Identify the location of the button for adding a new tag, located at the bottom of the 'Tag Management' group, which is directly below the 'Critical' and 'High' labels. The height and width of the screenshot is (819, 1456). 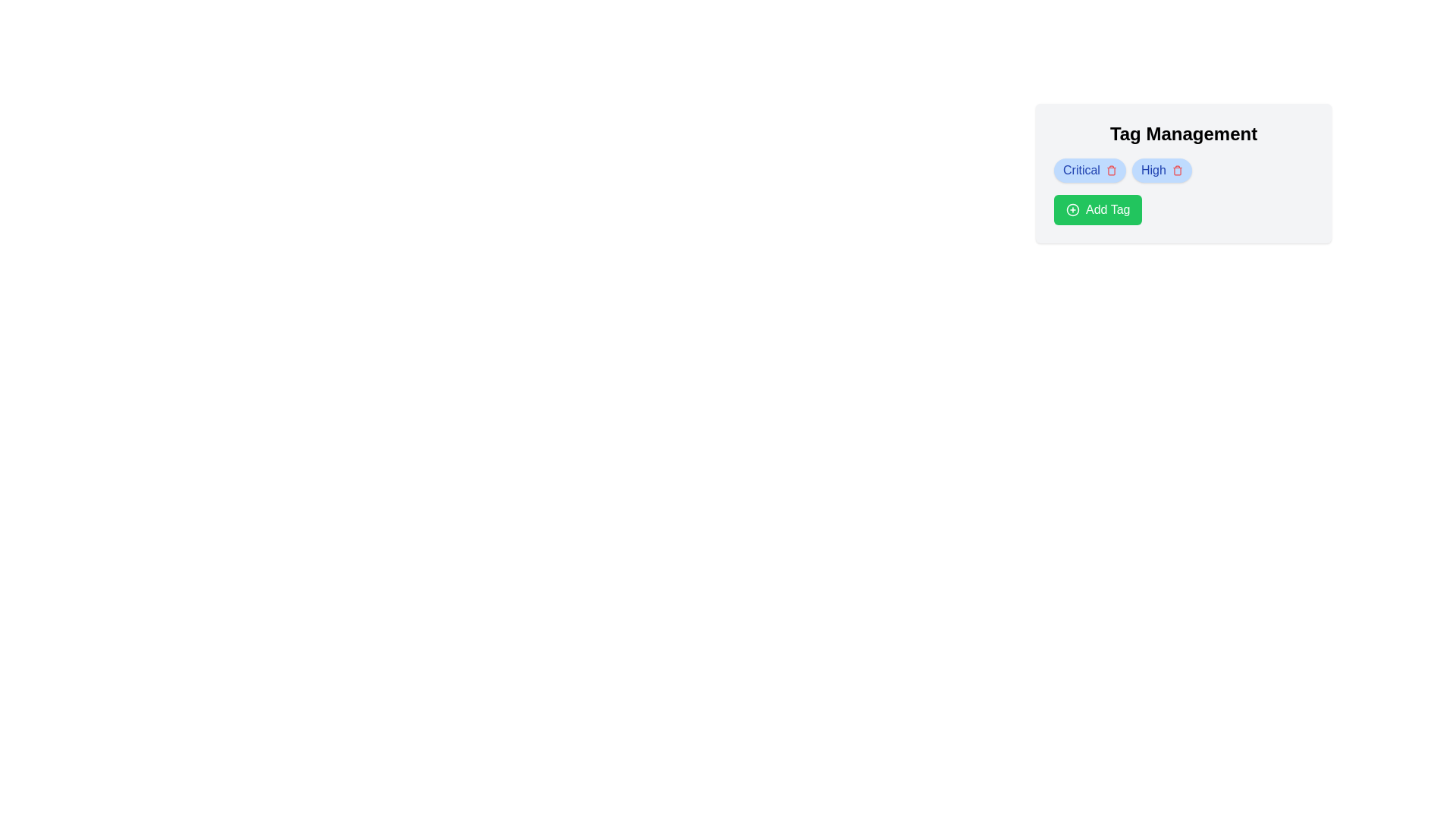
(1098, 210).